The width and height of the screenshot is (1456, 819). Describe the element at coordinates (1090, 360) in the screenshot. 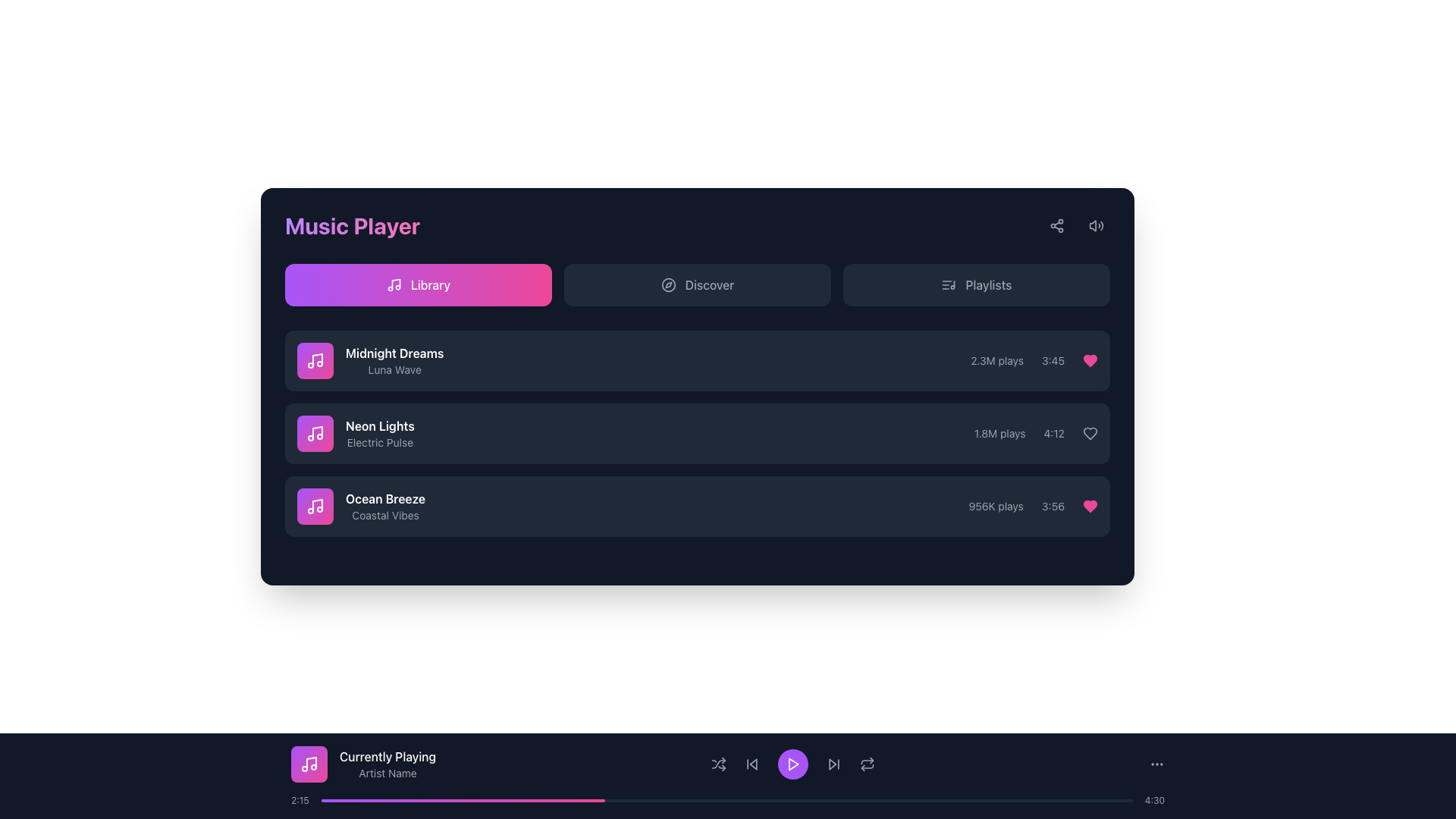

I see `the heart-shaped 'like' icon for the 'Ocean Breeze' track, located in the far-right section of the playlist` at that location.